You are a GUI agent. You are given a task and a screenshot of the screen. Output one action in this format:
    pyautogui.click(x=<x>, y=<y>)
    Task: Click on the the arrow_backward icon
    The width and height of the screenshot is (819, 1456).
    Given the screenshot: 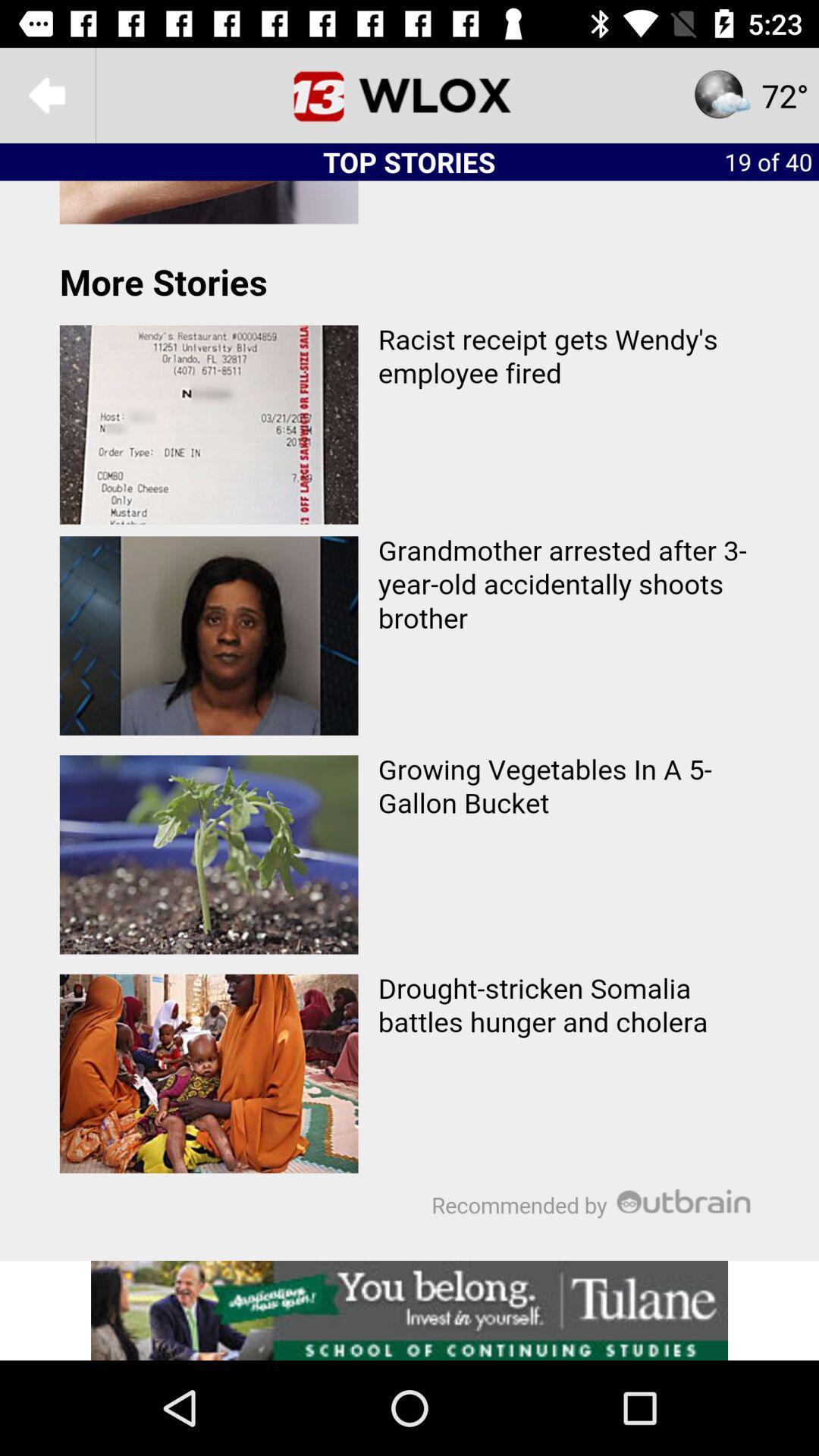 What is the action you would take?
    pyautogui.click(x=46, y=94)
    